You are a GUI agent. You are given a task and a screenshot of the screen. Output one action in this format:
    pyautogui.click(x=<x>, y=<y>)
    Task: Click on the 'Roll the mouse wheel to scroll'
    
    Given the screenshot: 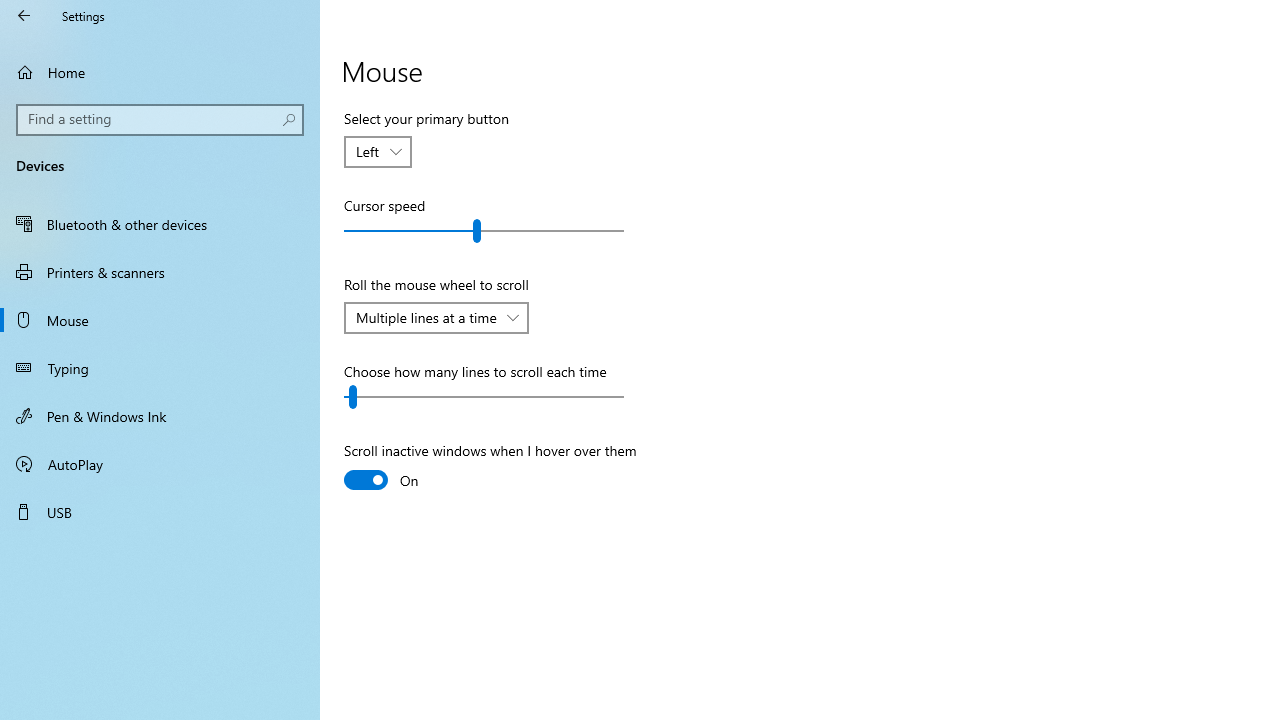 What is the action you would take?
    pyautogui.click(x=435, y=316)
    